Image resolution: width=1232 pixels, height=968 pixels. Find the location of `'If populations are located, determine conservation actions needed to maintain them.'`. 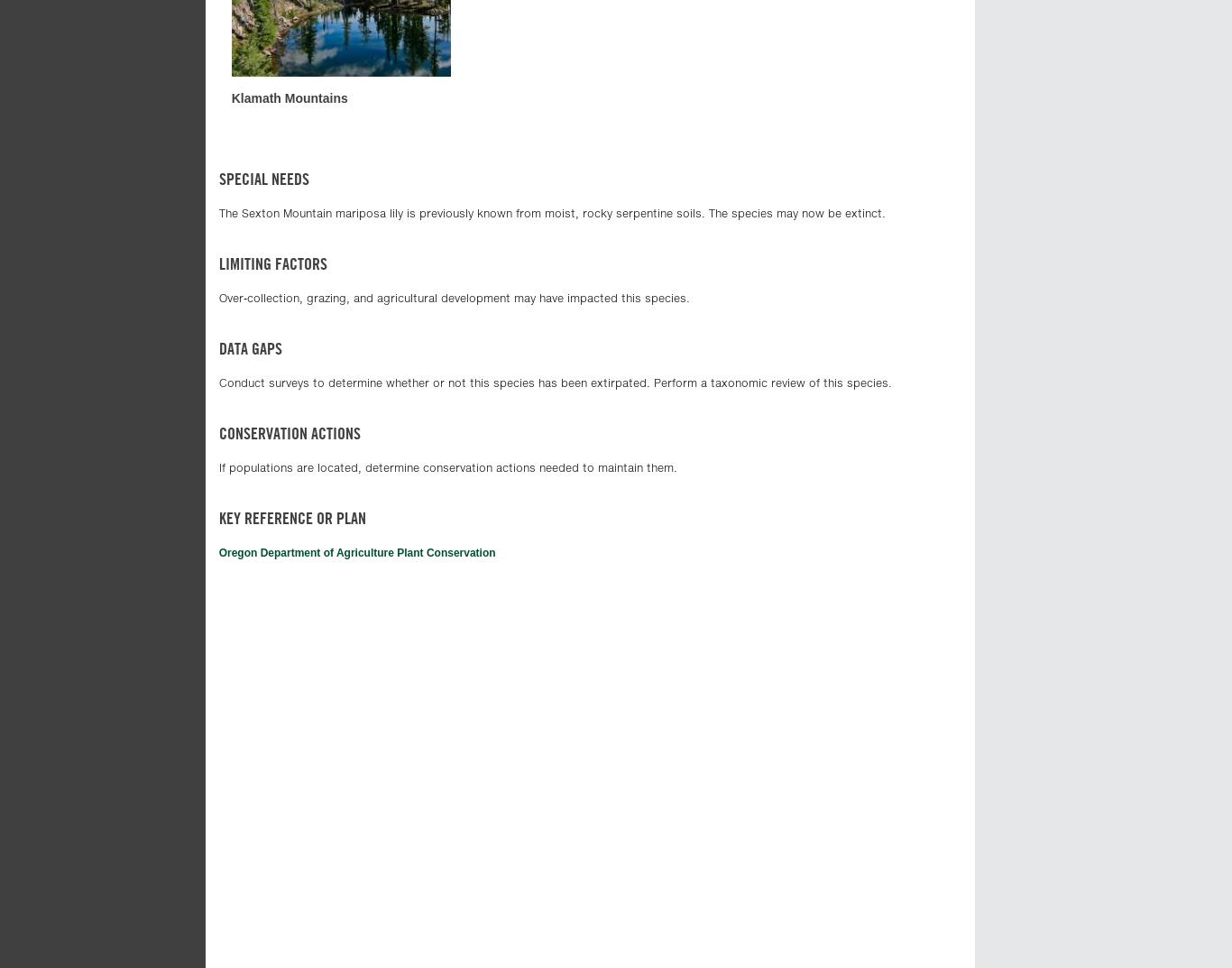

'If populations are located, determine conservation actions needed to maintain them.' is located at coordinates (218, 466).